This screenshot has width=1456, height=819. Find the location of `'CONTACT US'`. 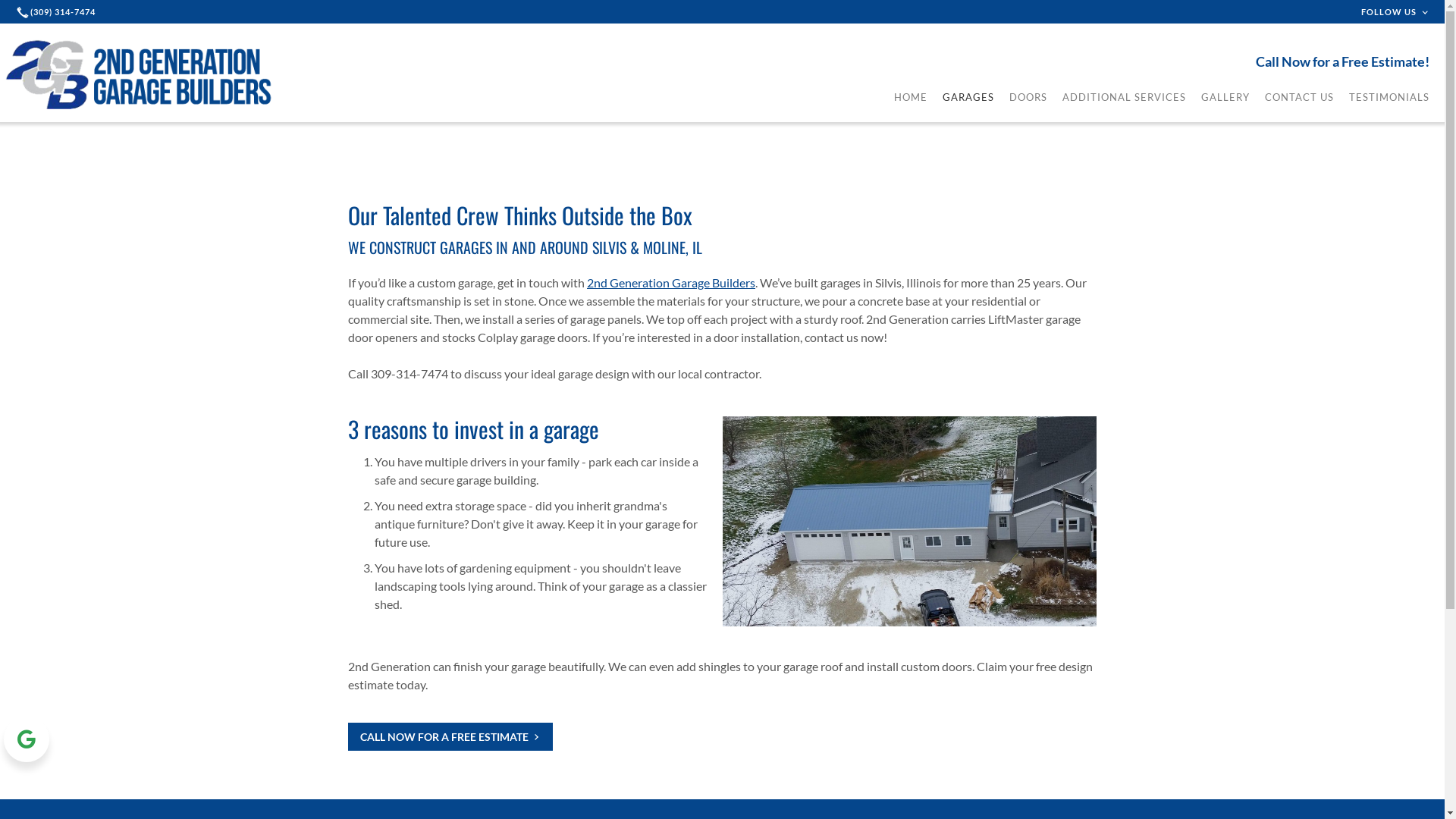

'CONTACT US' is located at coordinates (1298, 96).